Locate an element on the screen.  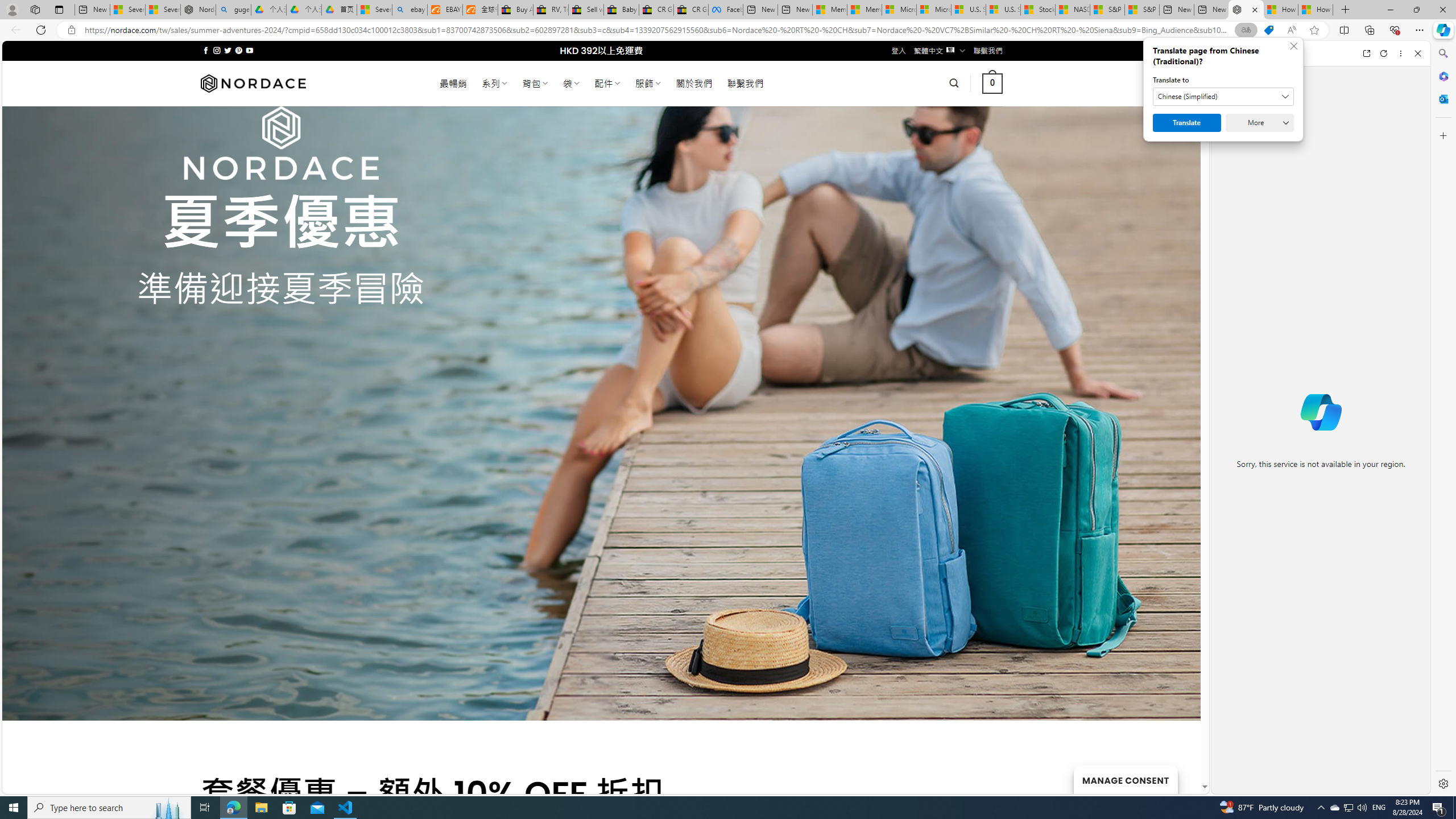
'More' is located at coordinates (1259, 122).